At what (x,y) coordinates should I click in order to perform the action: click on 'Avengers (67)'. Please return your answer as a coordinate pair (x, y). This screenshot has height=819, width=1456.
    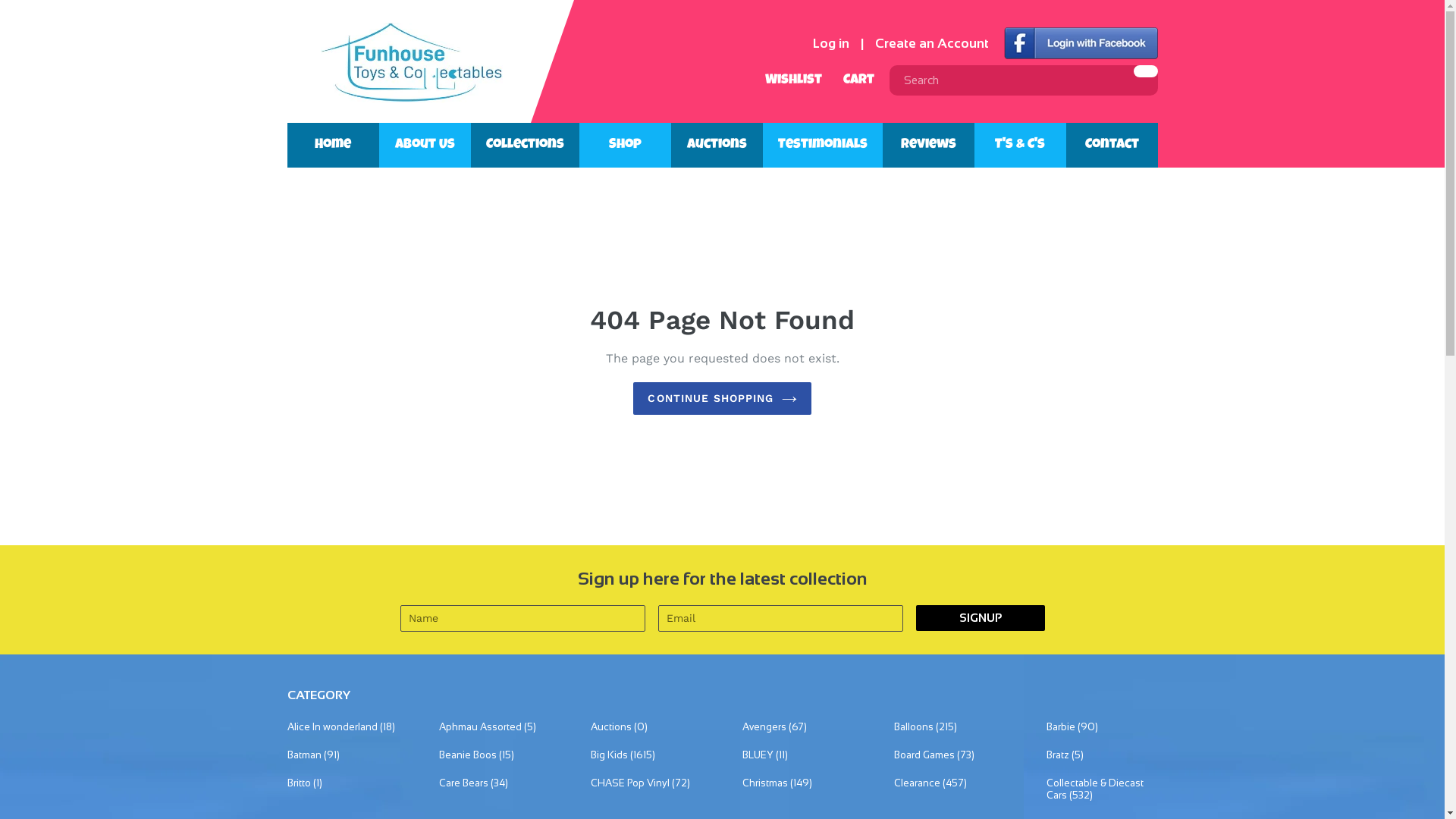
    Looking at the image, I should click on (797, 726).